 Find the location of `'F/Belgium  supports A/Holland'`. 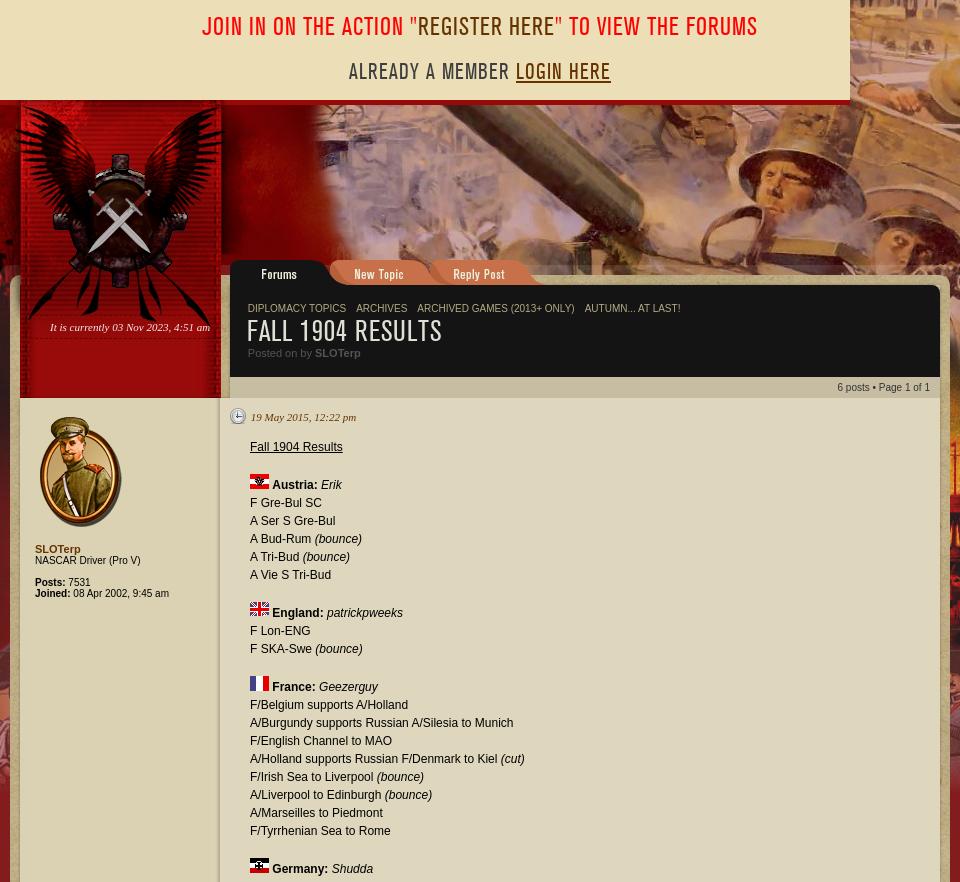

'F/Belgium  supports A/Holland' is located at coordinates (328, 704).